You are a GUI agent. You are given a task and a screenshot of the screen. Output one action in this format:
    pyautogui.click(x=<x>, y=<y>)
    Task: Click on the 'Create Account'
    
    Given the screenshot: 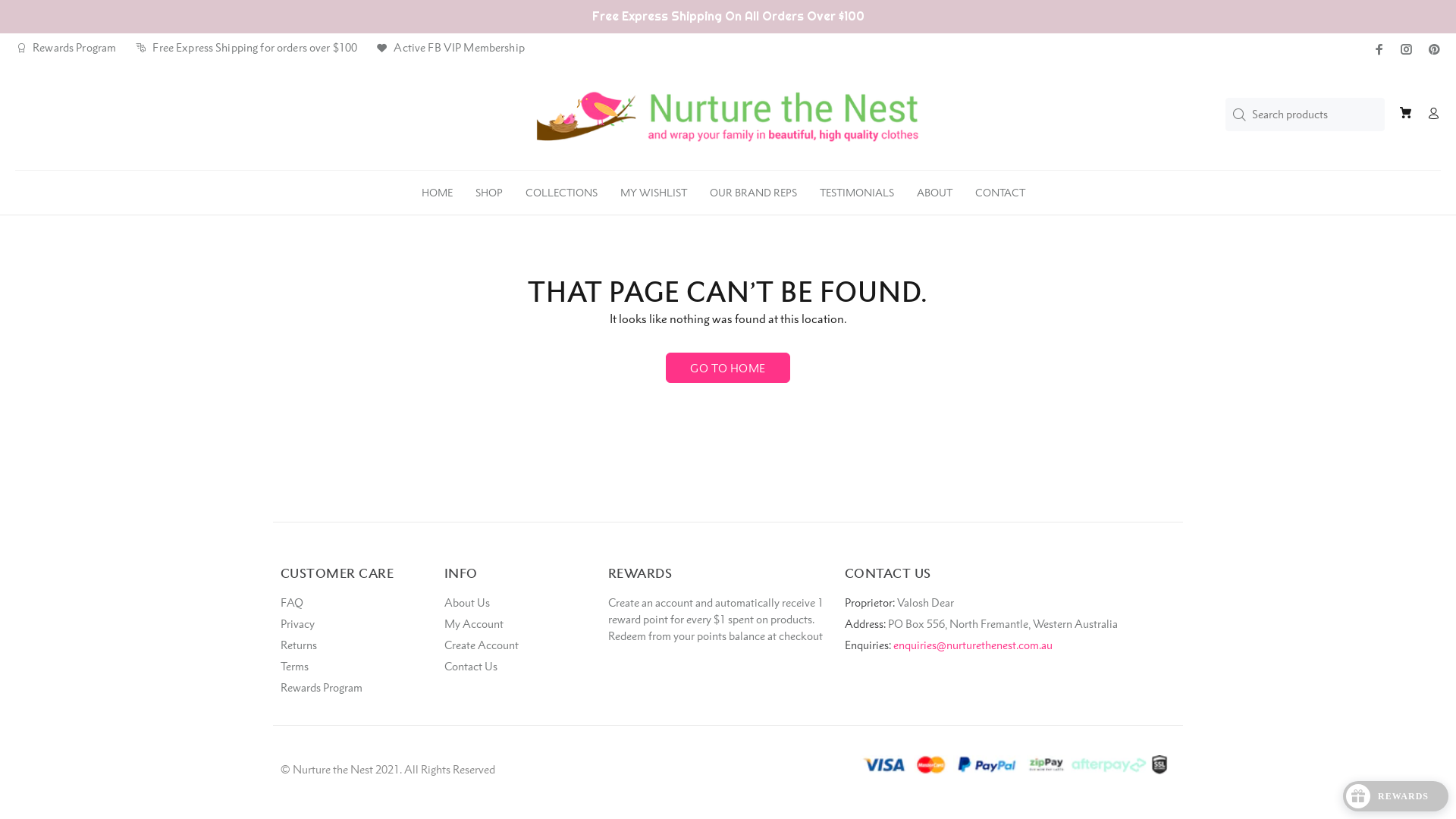 What is the action you would take?
    pyautogui.click(x=443, y=645)
    